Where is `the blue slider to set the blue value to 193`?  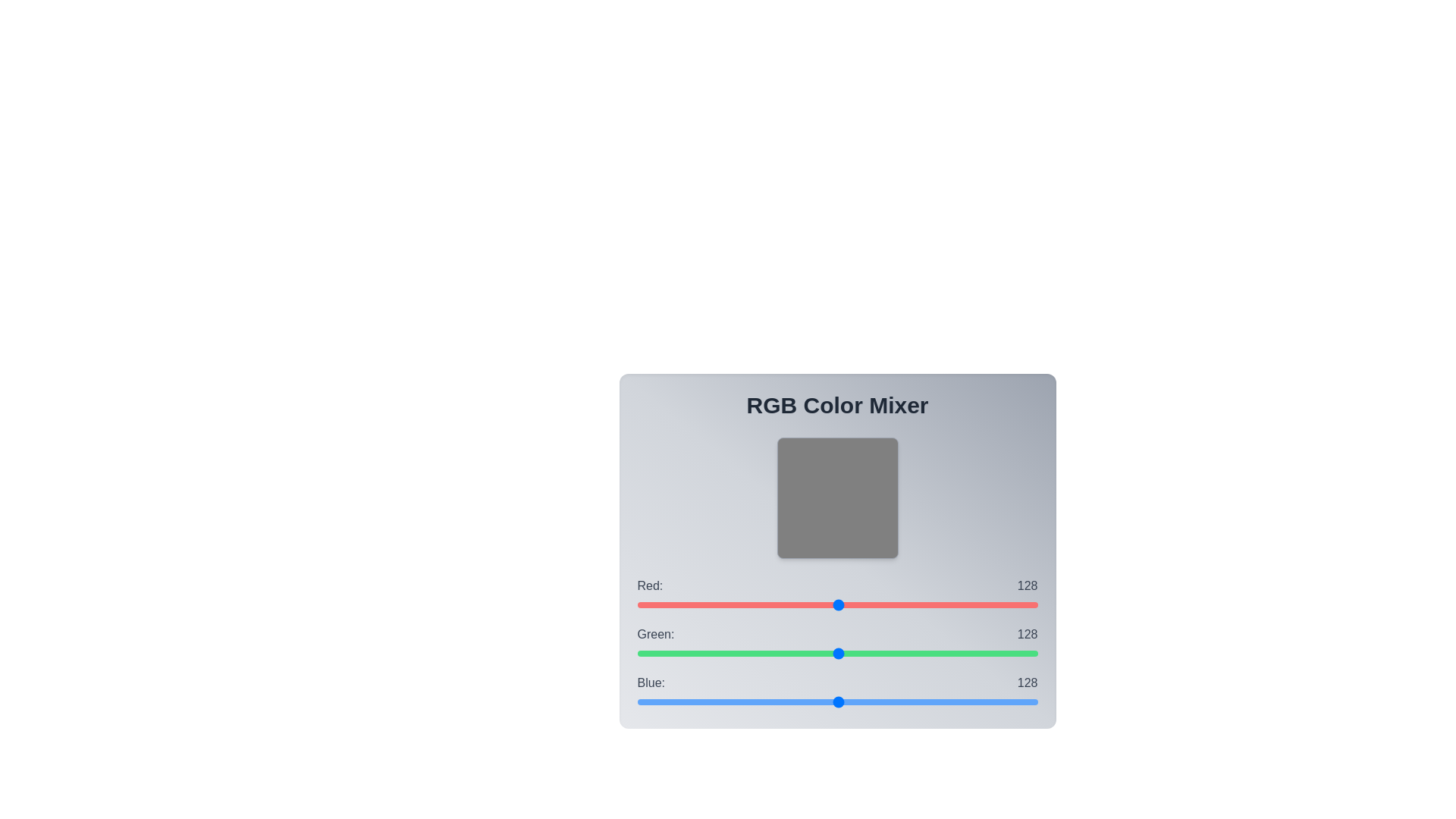 the blue slider to set the blue value to 193 is located at coordinates (940, 701).